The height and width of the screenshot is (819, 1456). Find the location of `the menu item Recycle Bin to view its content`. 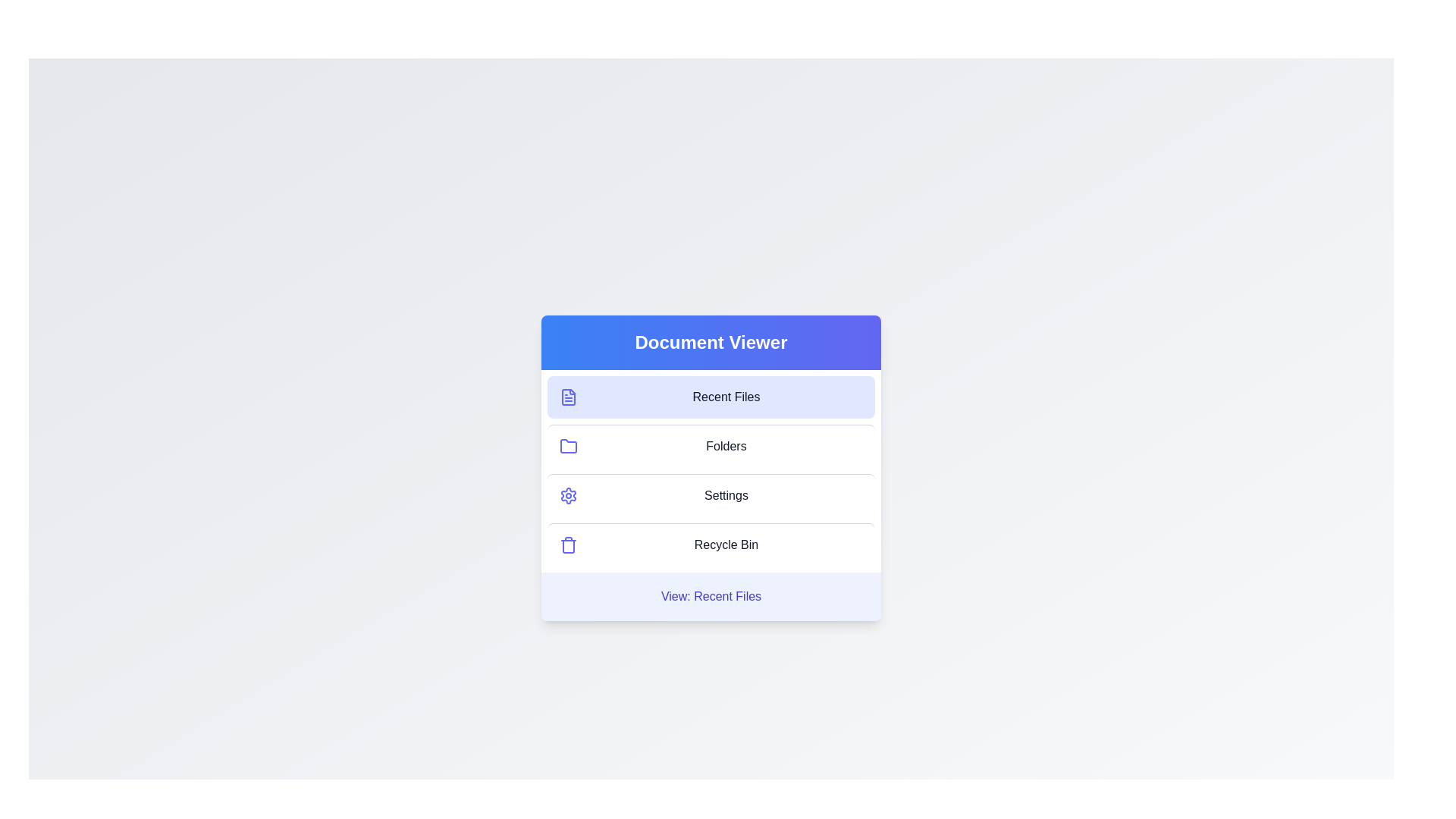

the menu item Recycle Bin to view its content is located at coordinates (710, 543).